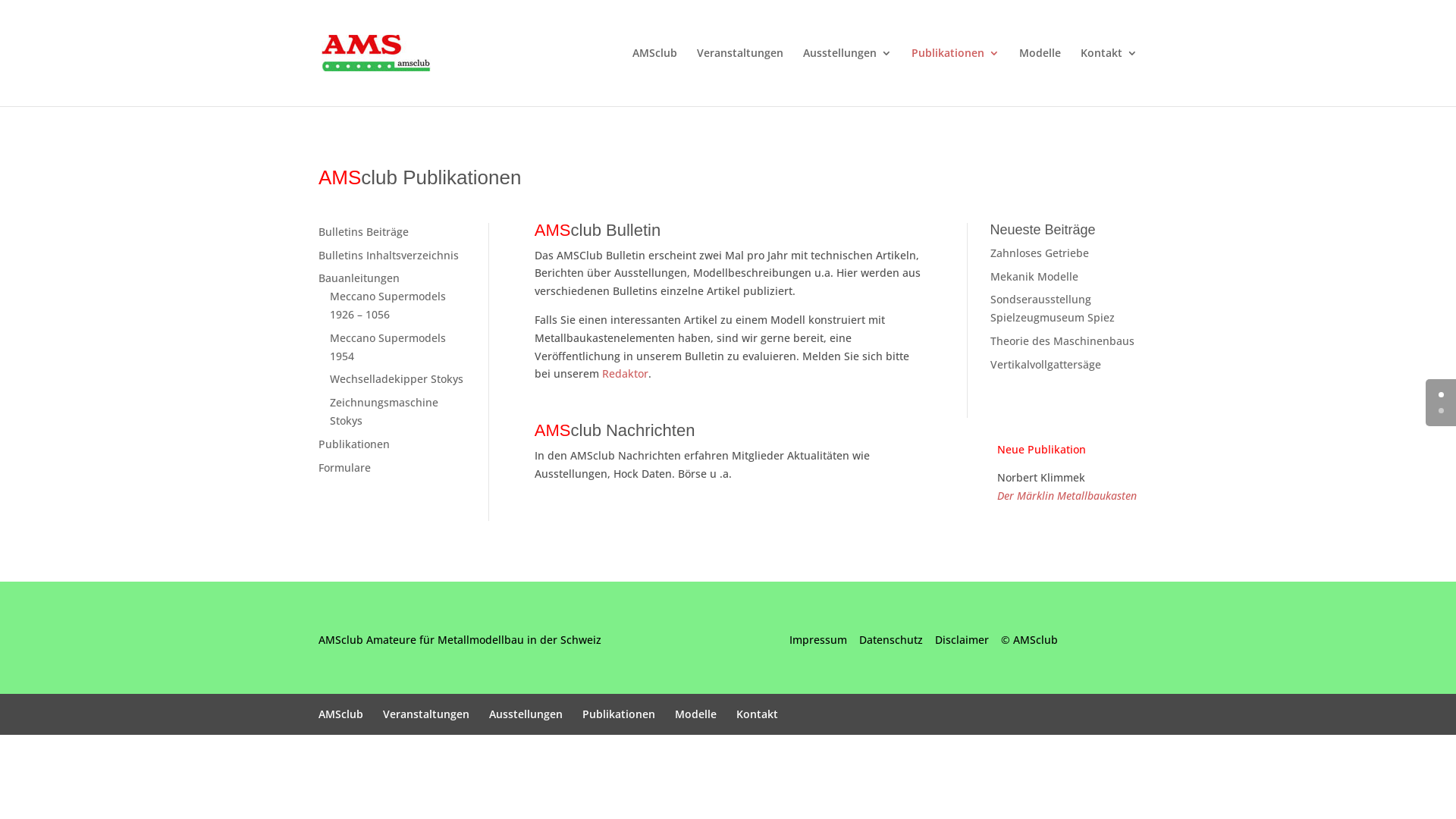 The image size is (1456, 819). What do you see at coordinates (340, 714) in the screenshot?
I see `'AMSclub'` at bounding box center [340, 714].